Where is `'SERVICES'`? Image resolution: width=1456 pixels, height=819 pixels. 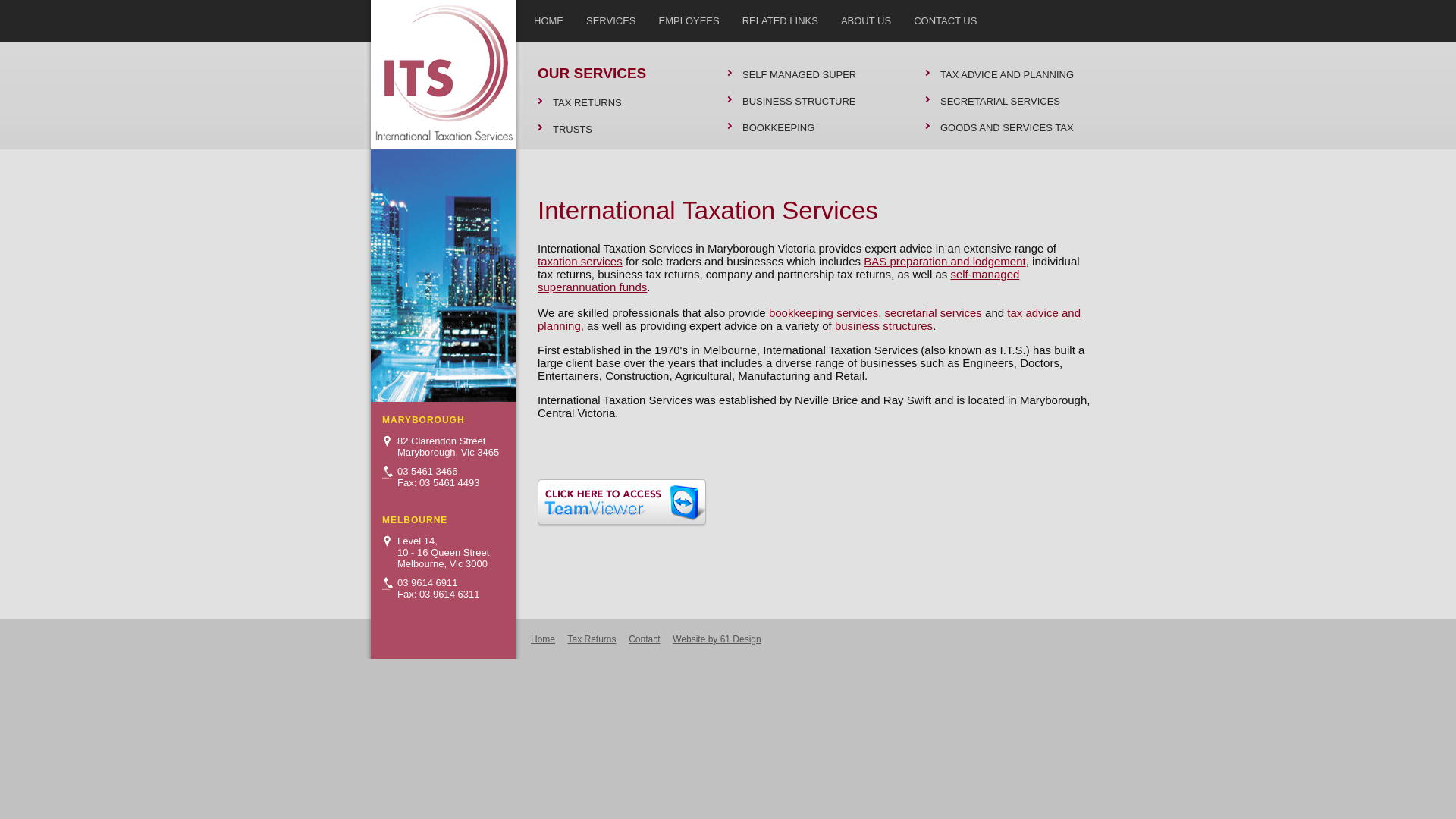
'SERVICES' is located at coordinates (611, 18).